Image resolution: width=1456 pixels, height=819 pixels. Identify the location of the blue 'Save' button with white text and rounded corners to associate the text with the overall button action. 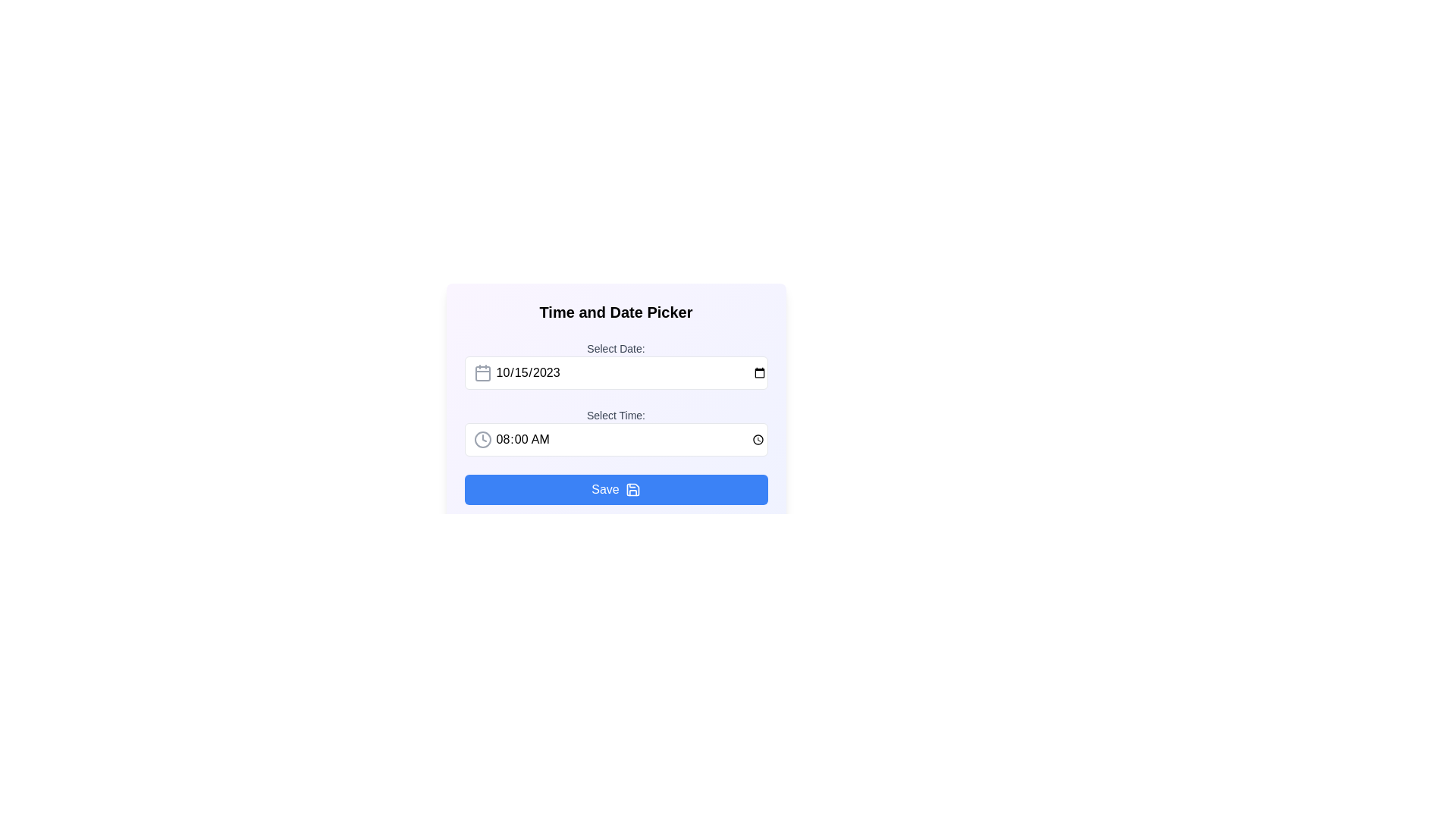
(604, 489).